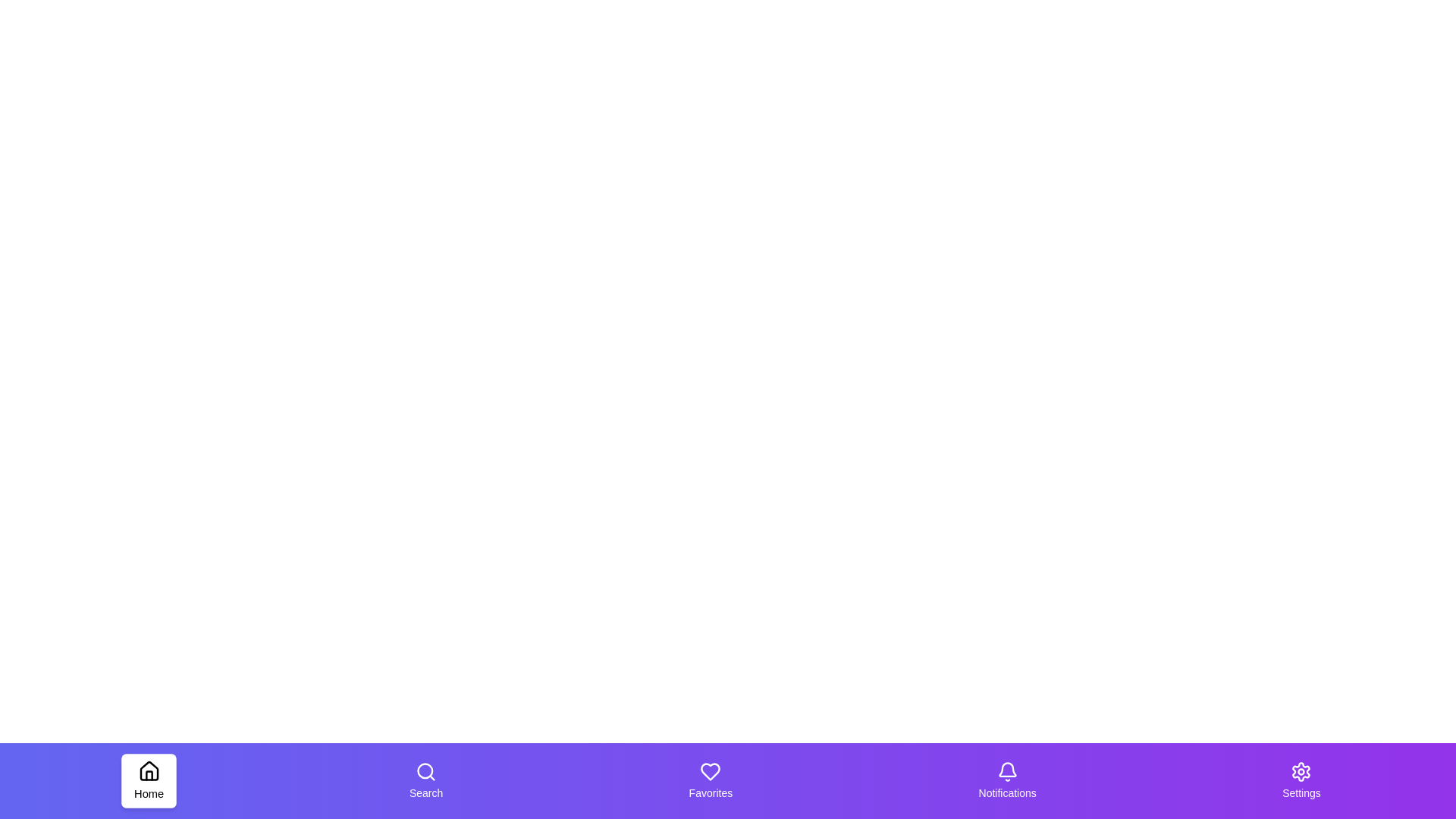  What do you see at coordinates (710, 780) in the screenshot?
I see `the tab labeled Favorites` at bounding box center [710, 780].